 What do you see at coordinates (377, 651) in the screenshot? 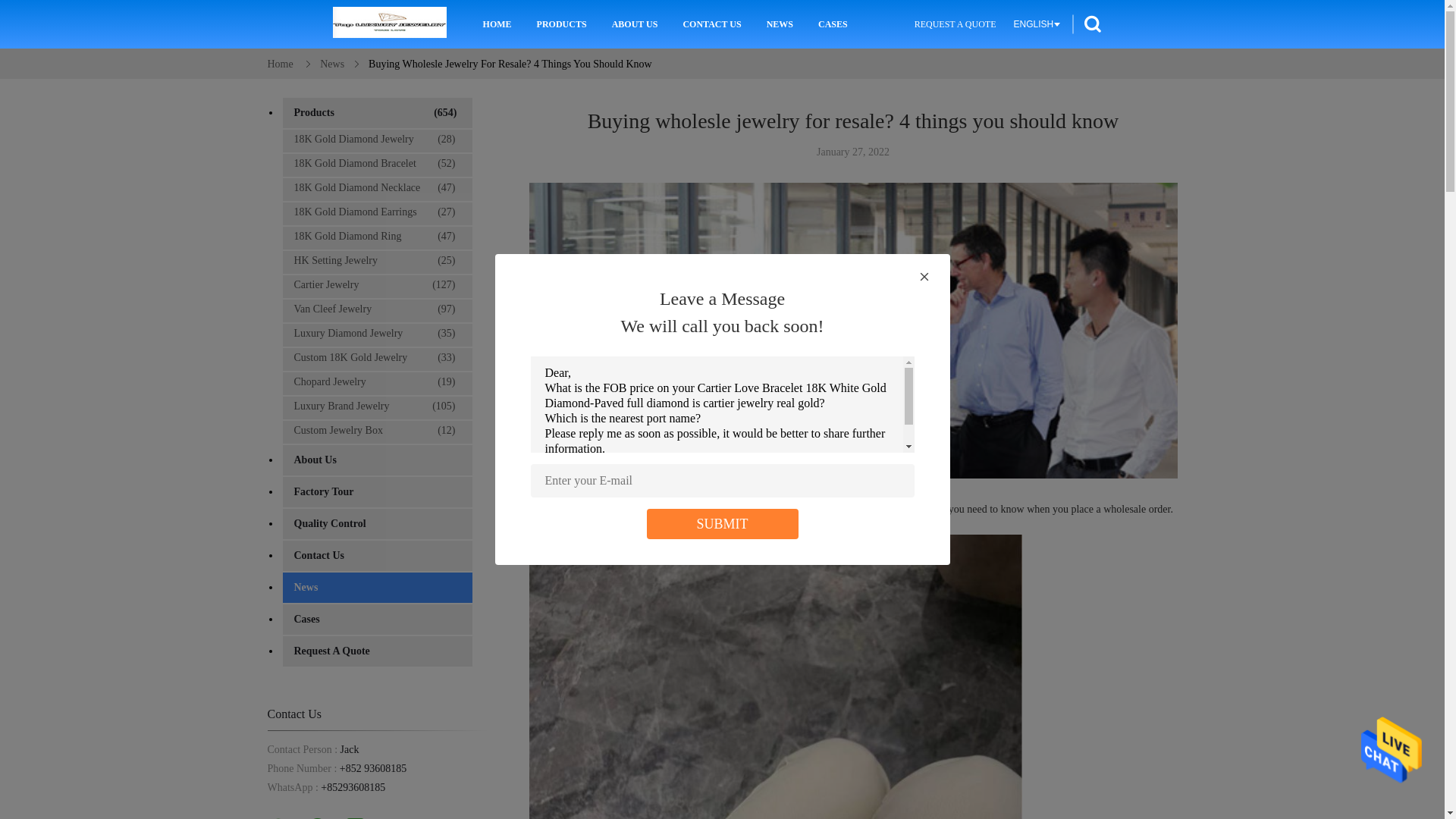
I see `'Request A Quote'` at bounding box center [377, 651].